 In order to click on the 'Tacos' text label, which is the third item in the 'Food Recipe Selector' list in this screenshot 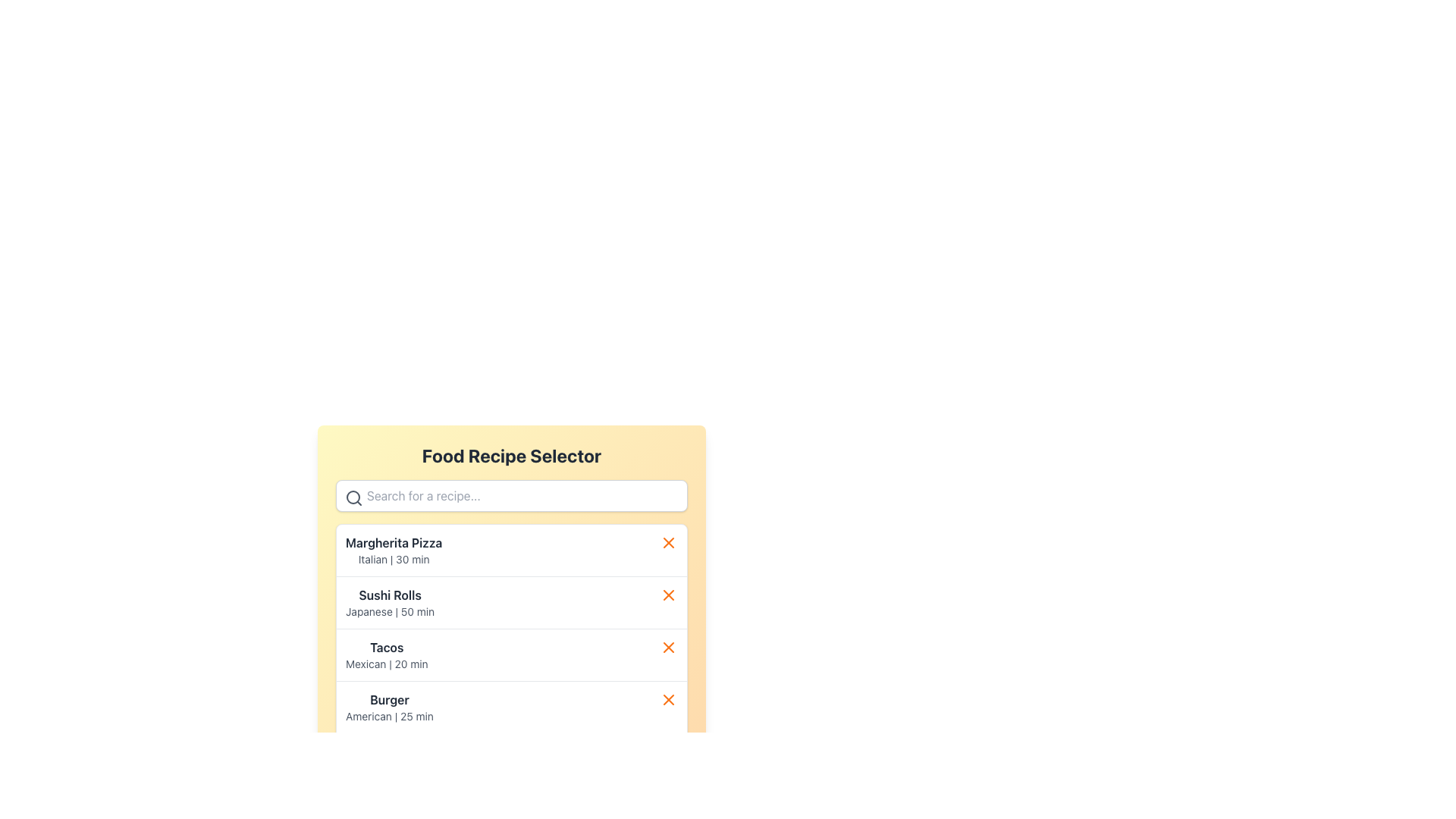, I will do `click(387, 647)`.